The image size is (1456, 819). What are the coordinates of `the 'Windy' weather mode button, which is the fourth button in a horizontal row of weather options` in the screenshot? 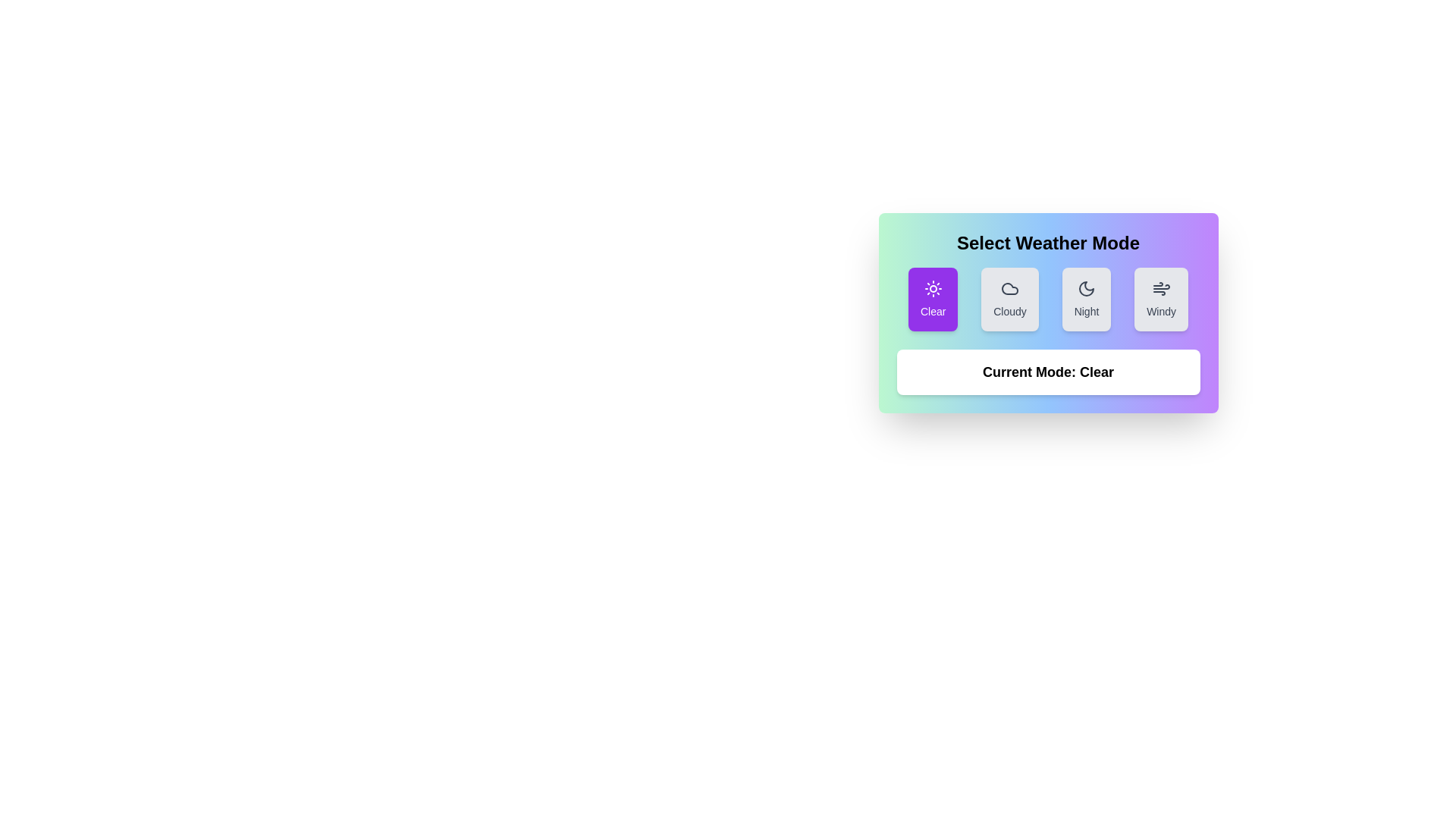 It's located at (1160, 299).